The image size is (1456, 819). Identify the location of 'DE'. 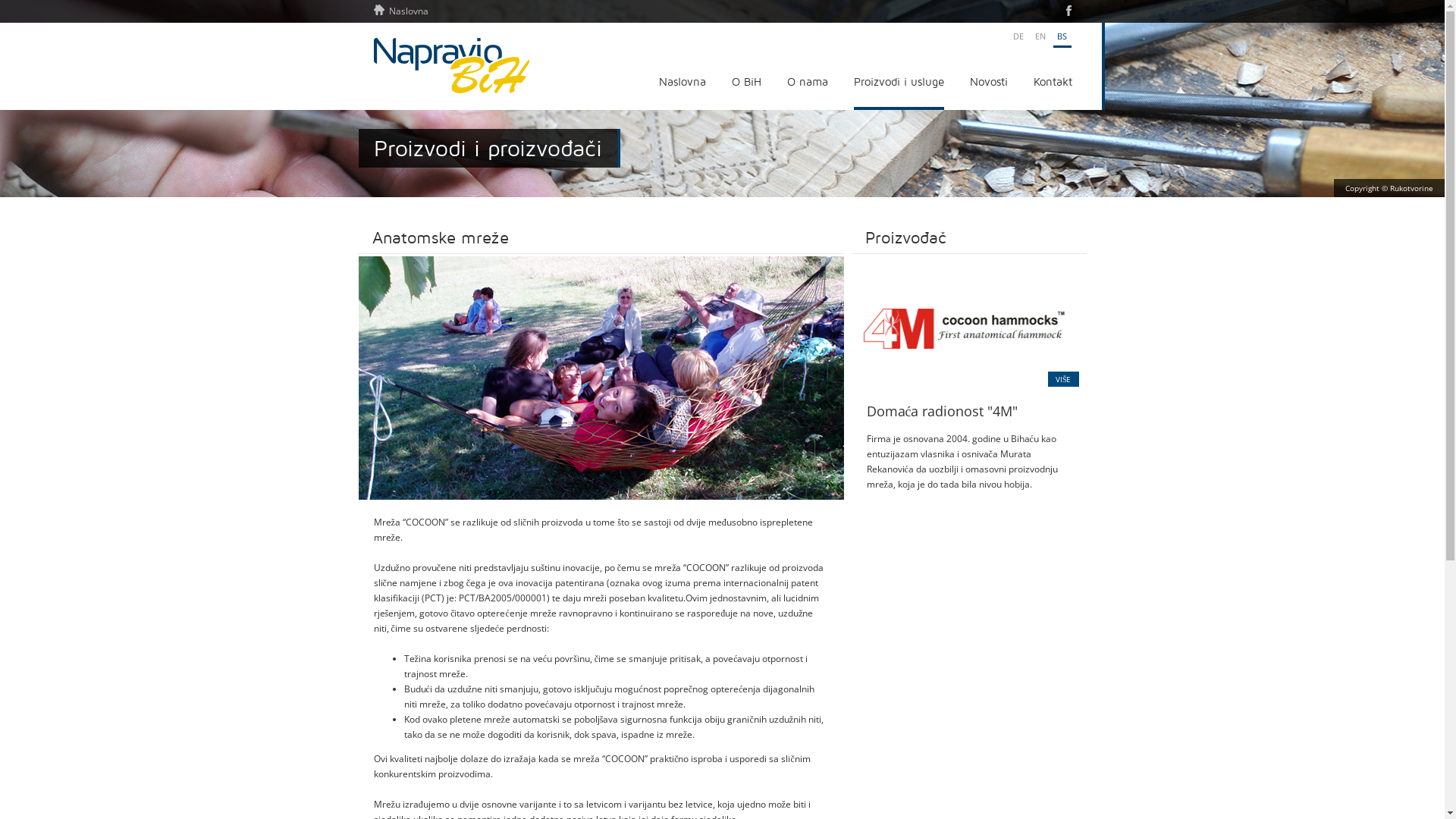
(1018, 35).